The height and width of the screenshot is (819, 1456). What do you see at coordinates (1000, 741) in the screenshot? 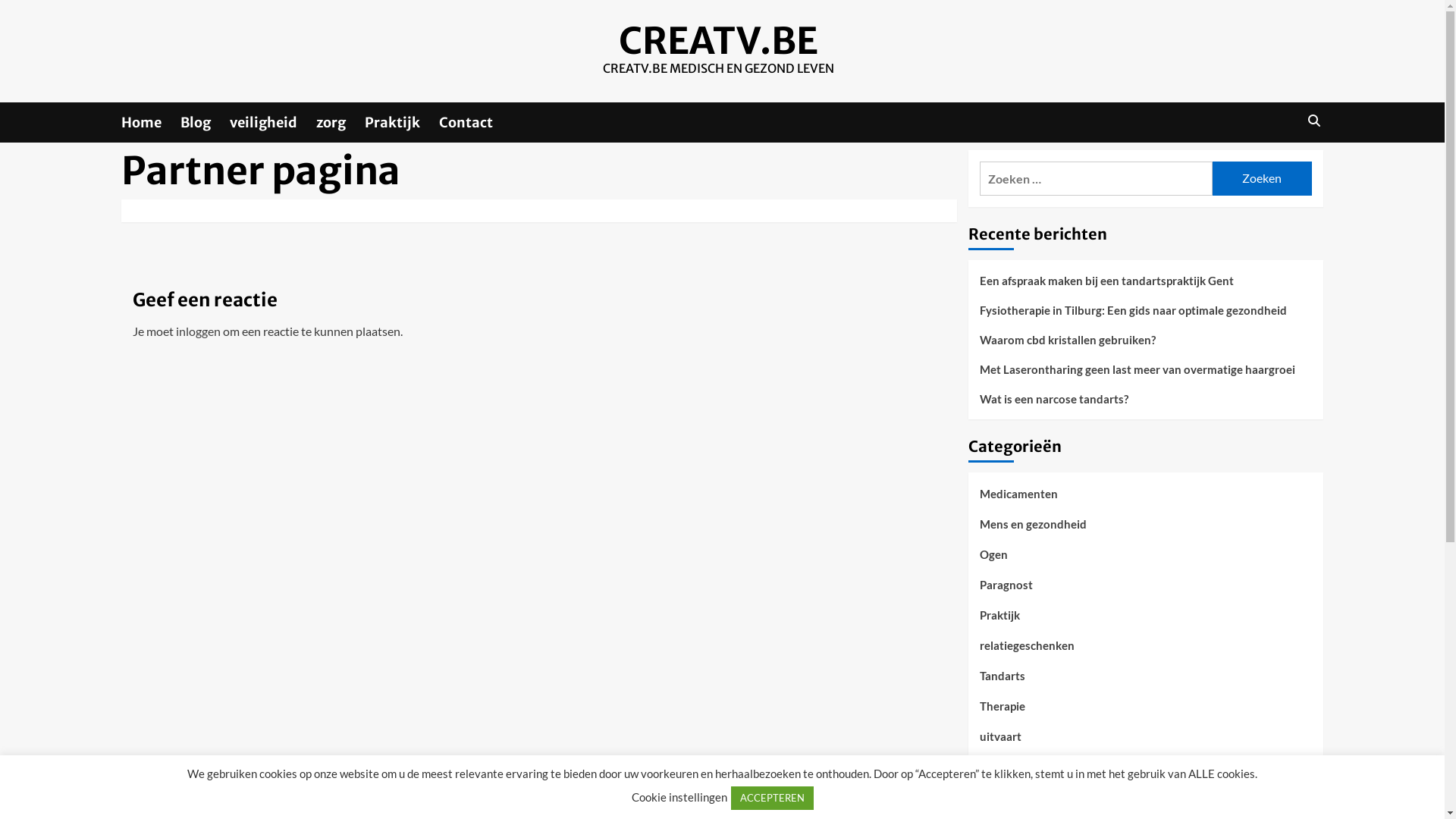
I see `'uitvaart'` at bounding box center [1000, 741].